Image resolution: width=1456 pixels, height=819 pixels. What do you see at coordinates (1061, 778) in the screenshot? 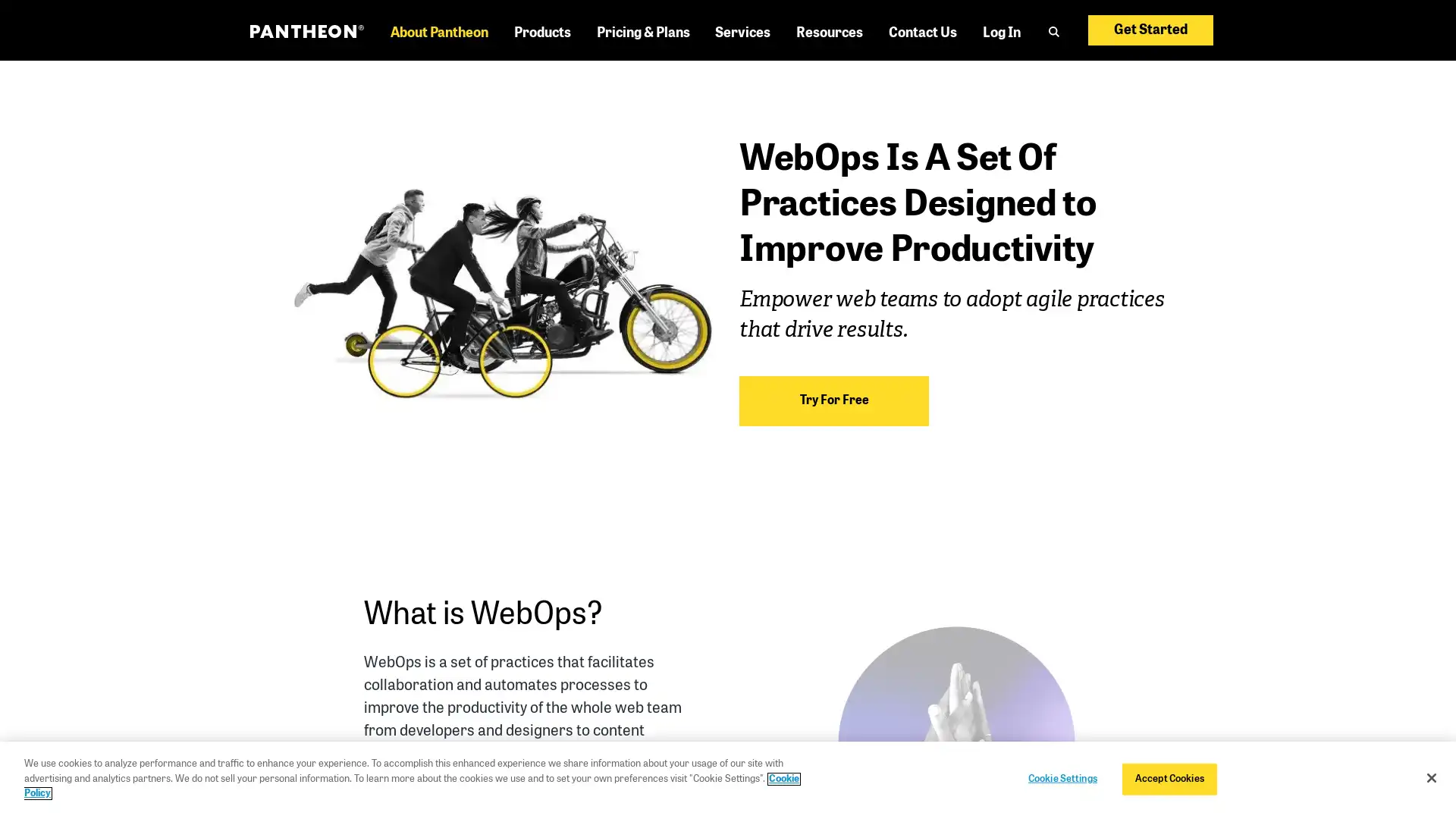
I see `Cookie Settings` at bounding box center [1061, 778].